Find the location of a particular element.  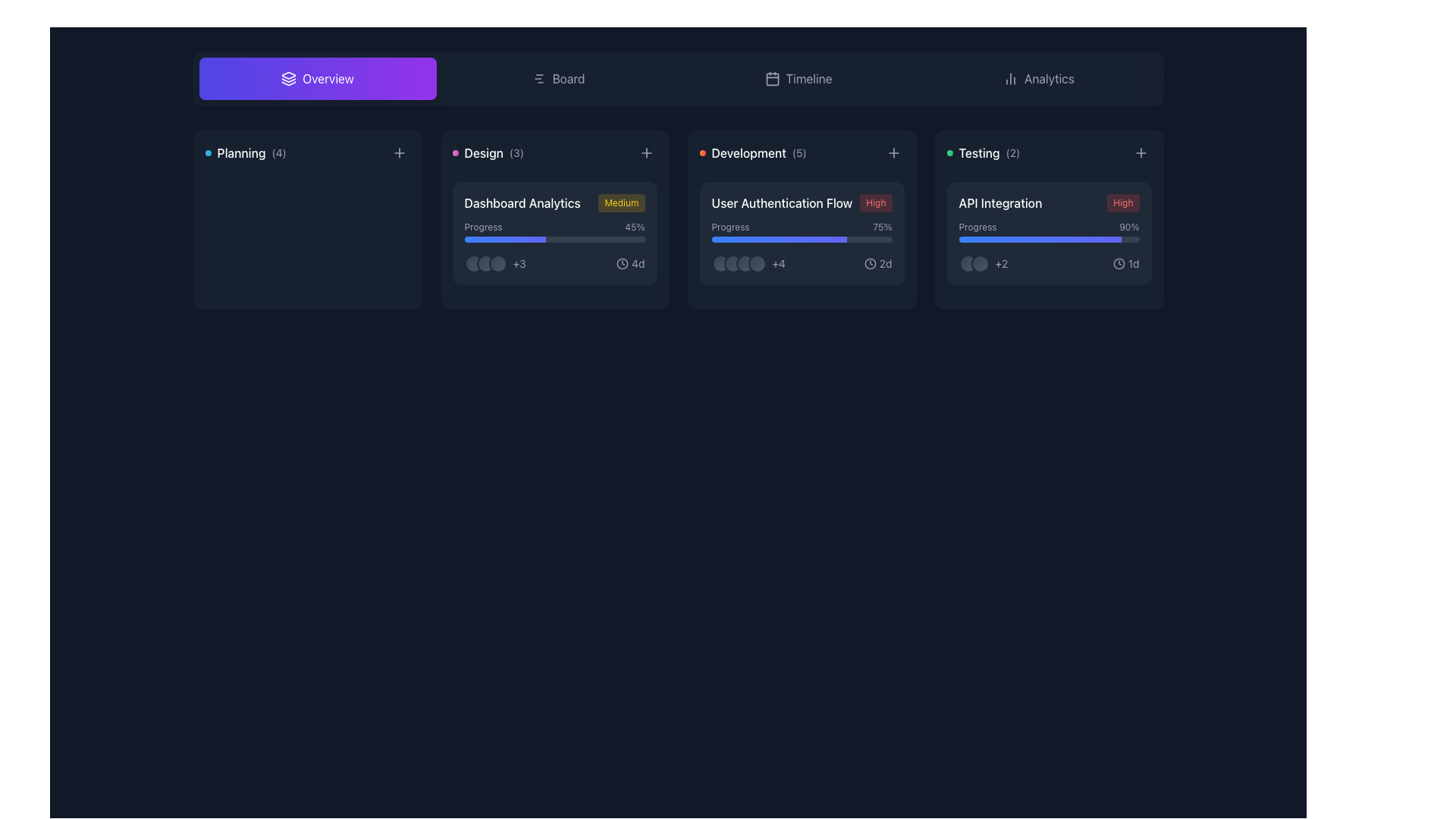

the Decorative icon located in the top navigation bar, which is the first of three similar symbols representing layered structures is located at coordinates (289, 75).